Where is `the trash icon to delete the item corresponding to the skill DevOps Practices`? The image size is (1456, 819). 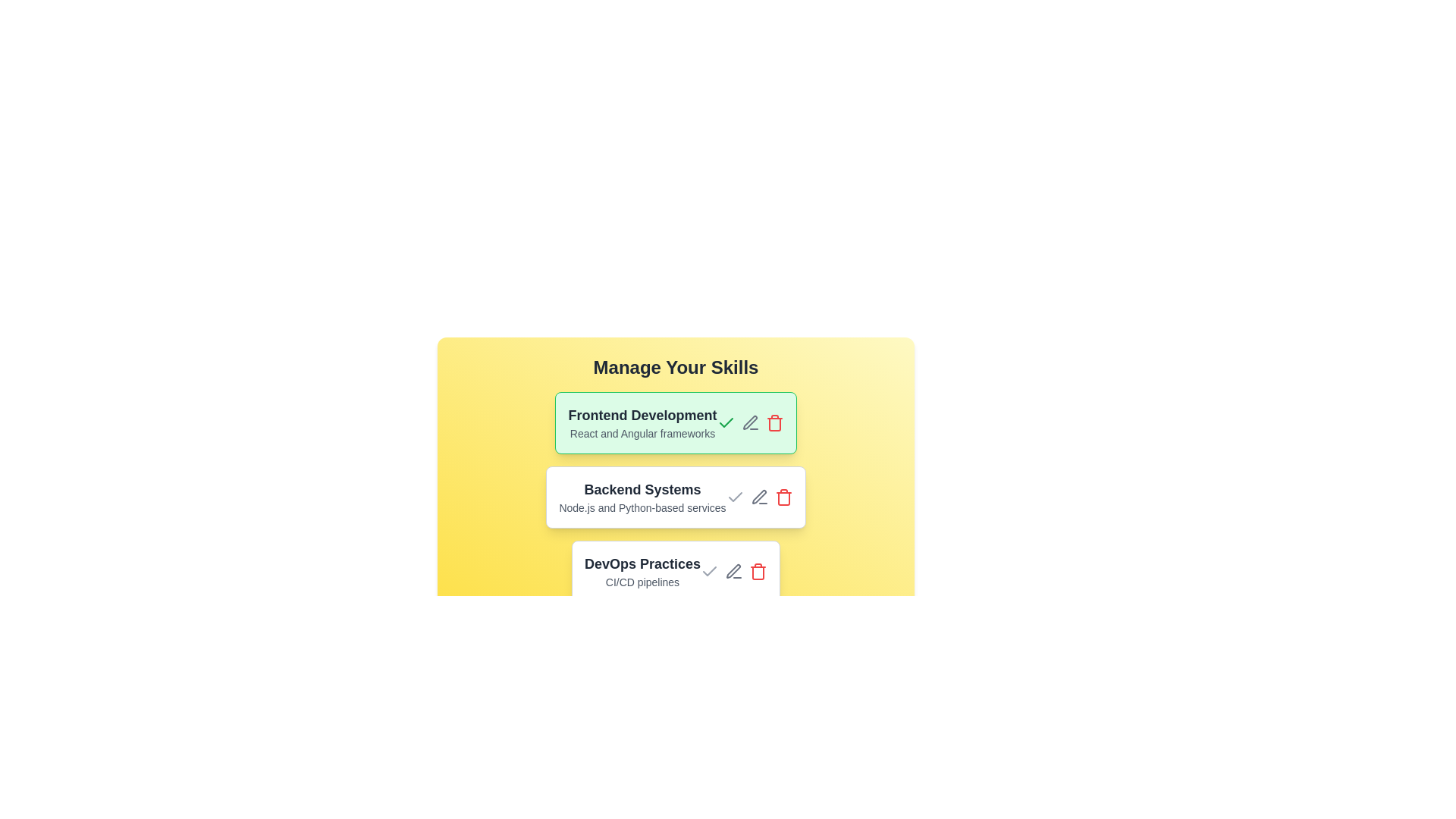 the trash icon to delete the item corresponding to the skill DevOps Practices is located at coordinates (758, 571).